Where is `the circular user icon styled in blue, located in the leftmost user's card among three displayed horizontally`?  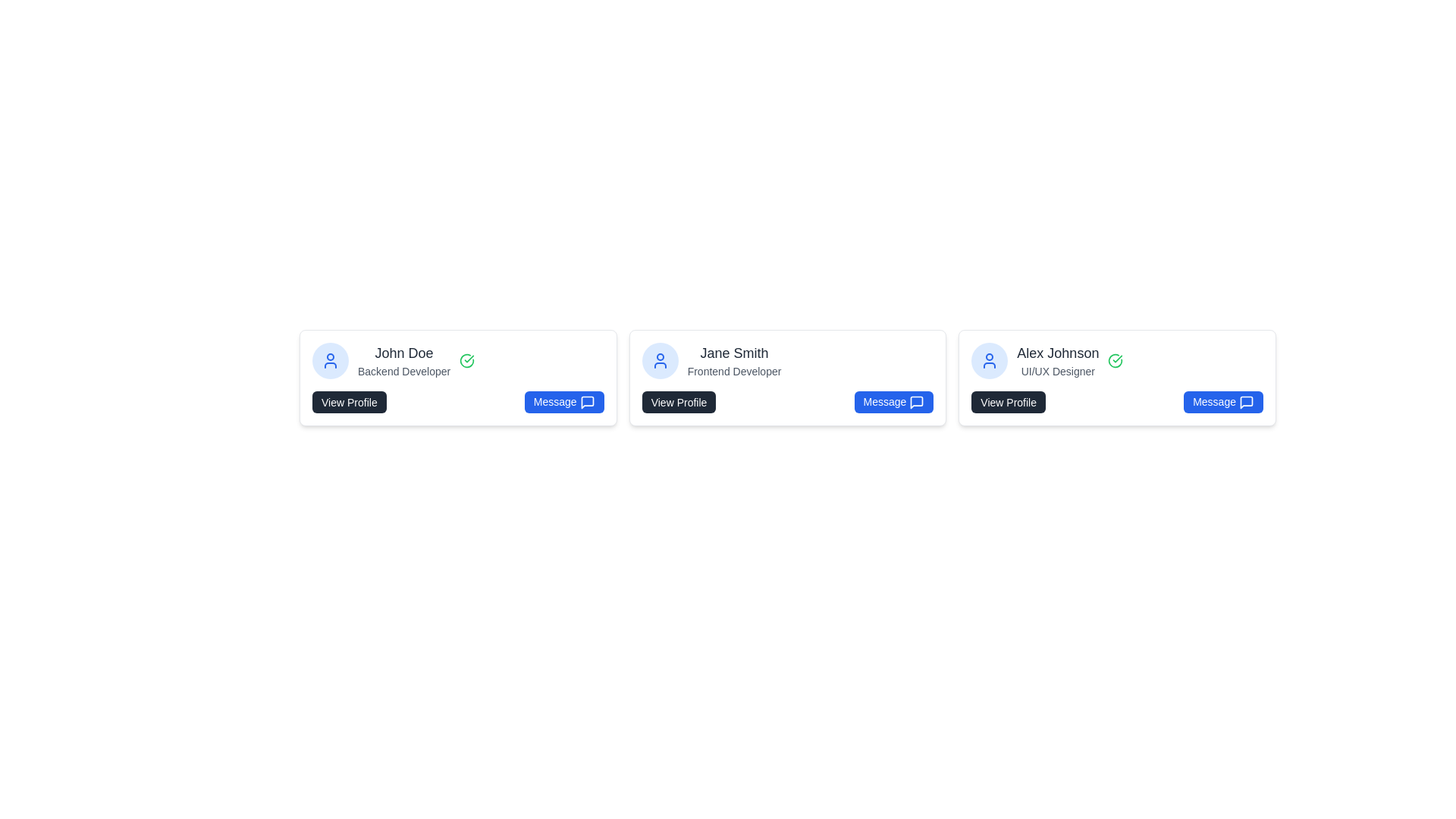
the circular user icon styled in blue, located in the leftmost user's card among three displayed horizontally is located at coordinates (330, 360).